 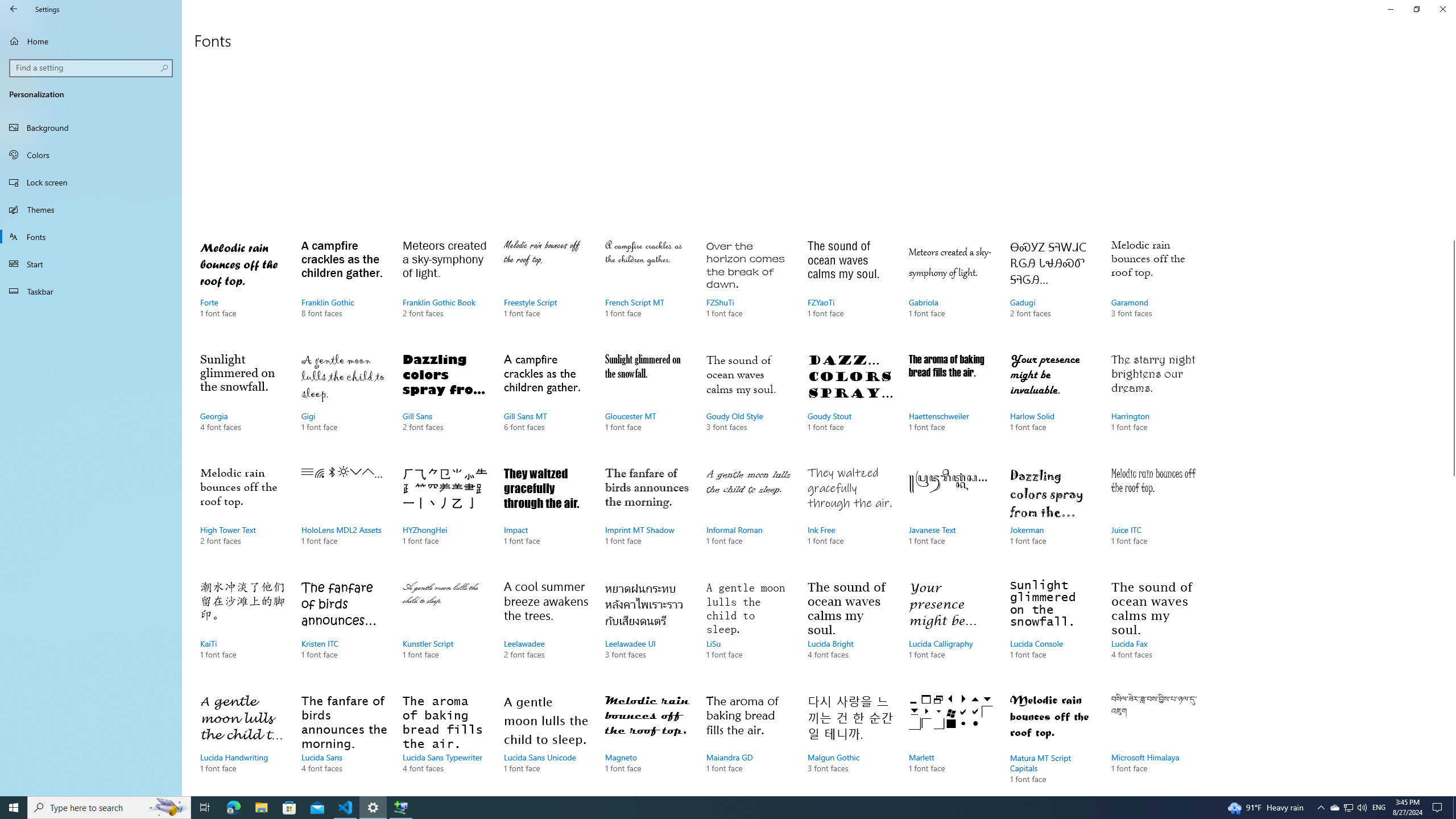 What do you see at coordinates (545, 289) in the screenshot?
I see `'Freestyle Script, 1 font face'` at bounding box center [545, 289].